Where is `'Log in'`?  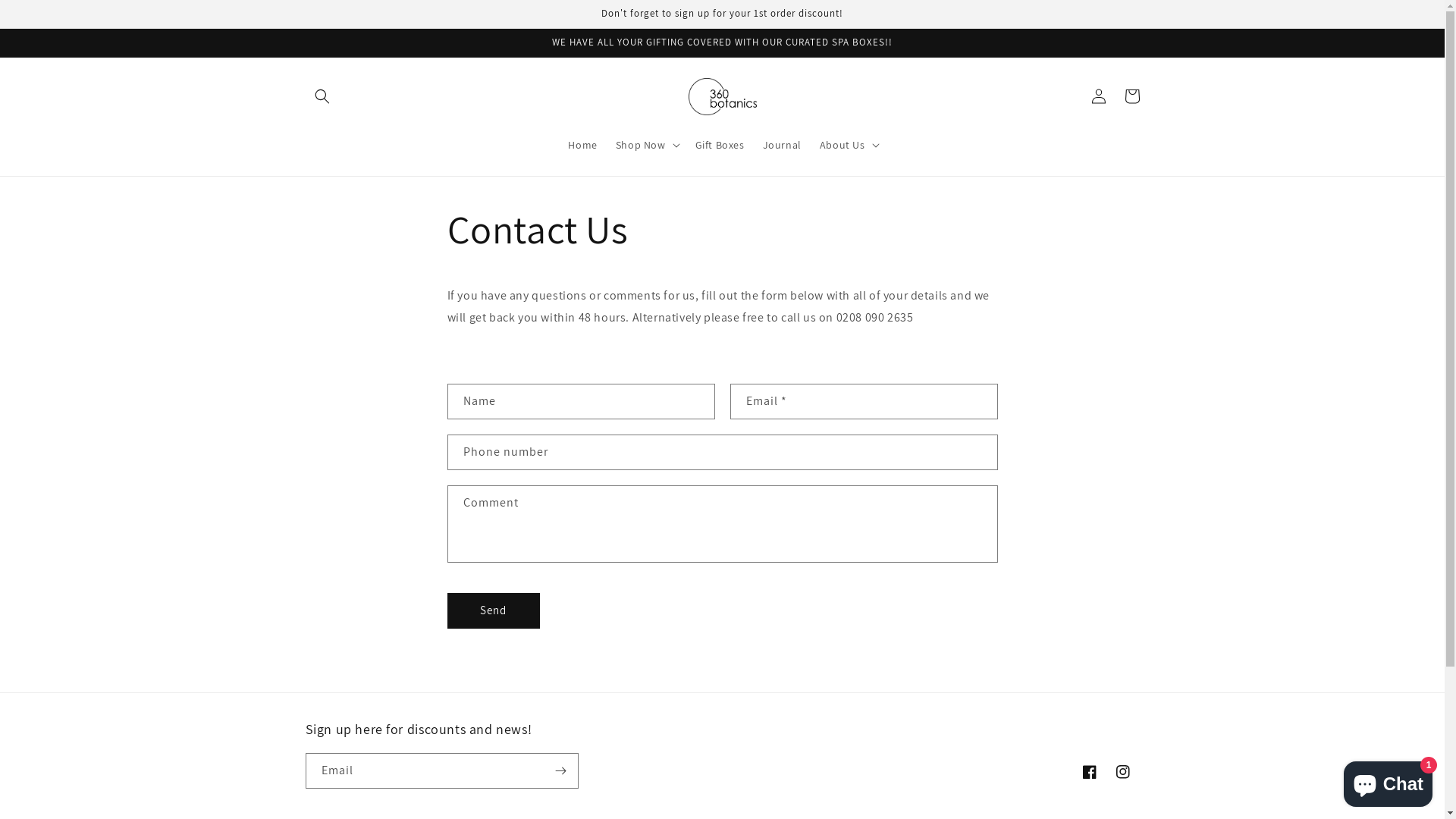 'Log in' is located at coordinates (1098, 96).